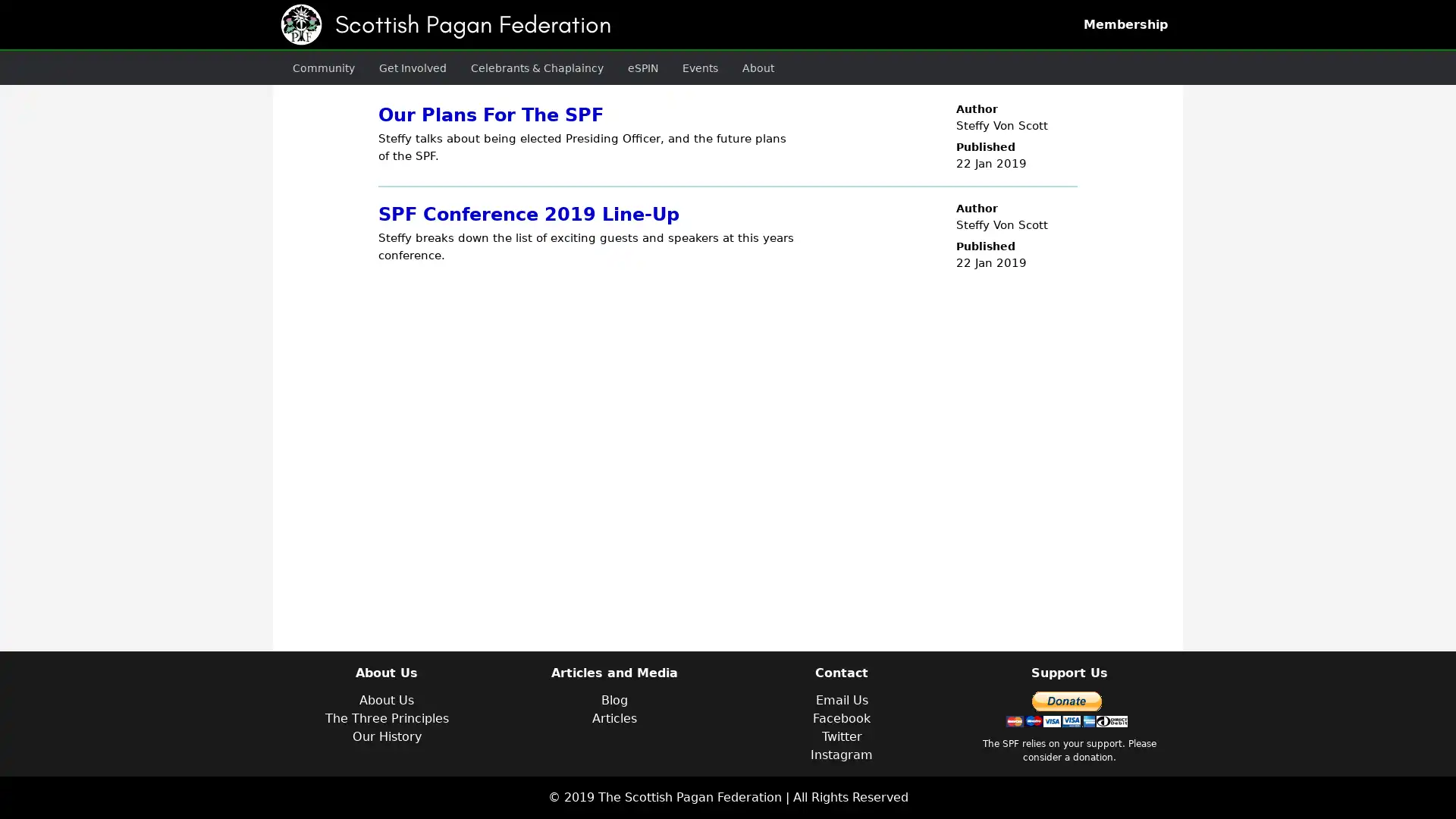 The width and height of the screenshot is (1456, 819). What do you see at coordinates (614, 67) in the screenshot?
I see `eSPIN` at bounding box center [614, 67].